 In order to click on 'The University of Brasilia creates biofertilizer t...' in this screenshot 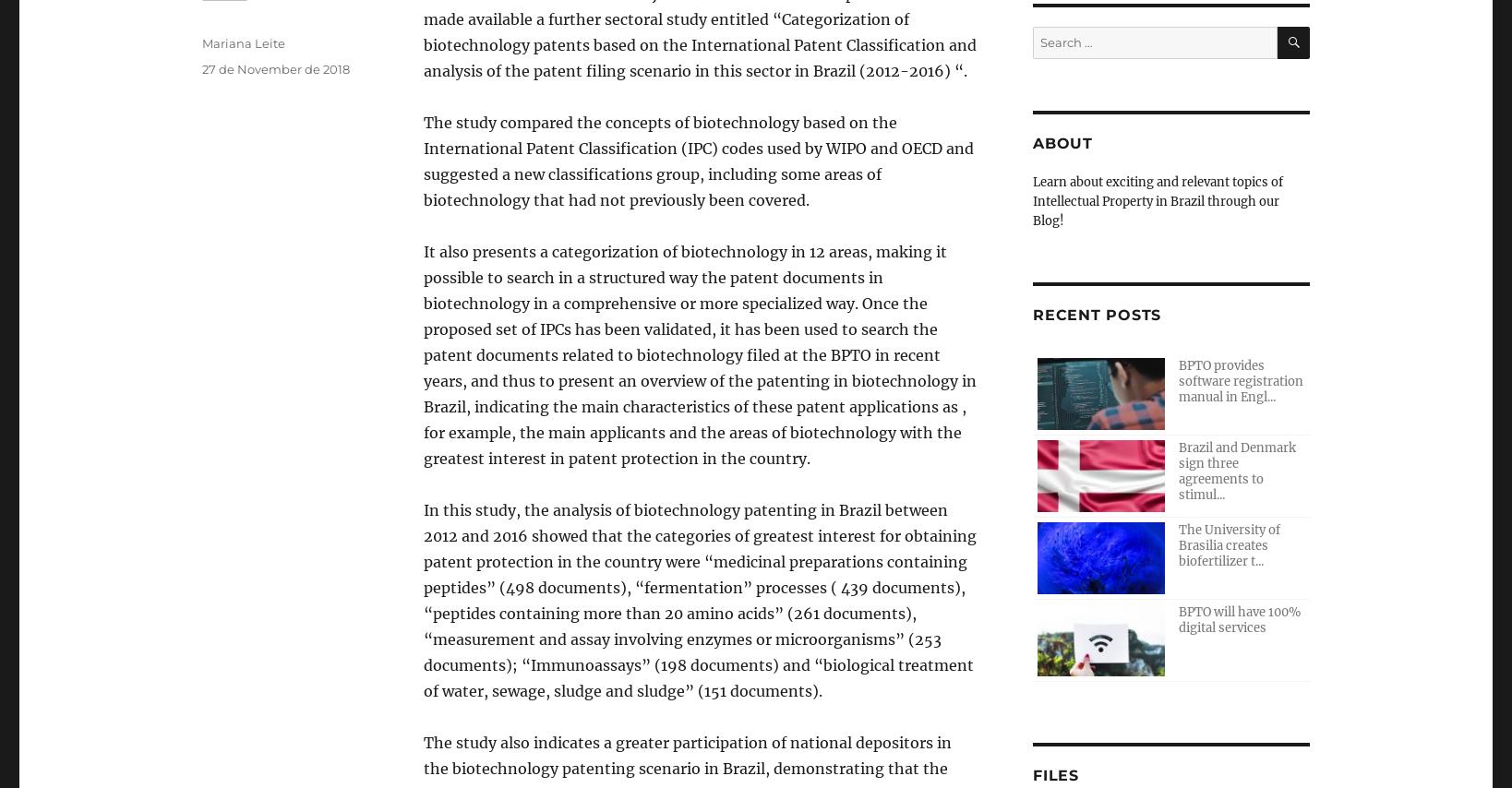, I will do `click(1229, 545)`.